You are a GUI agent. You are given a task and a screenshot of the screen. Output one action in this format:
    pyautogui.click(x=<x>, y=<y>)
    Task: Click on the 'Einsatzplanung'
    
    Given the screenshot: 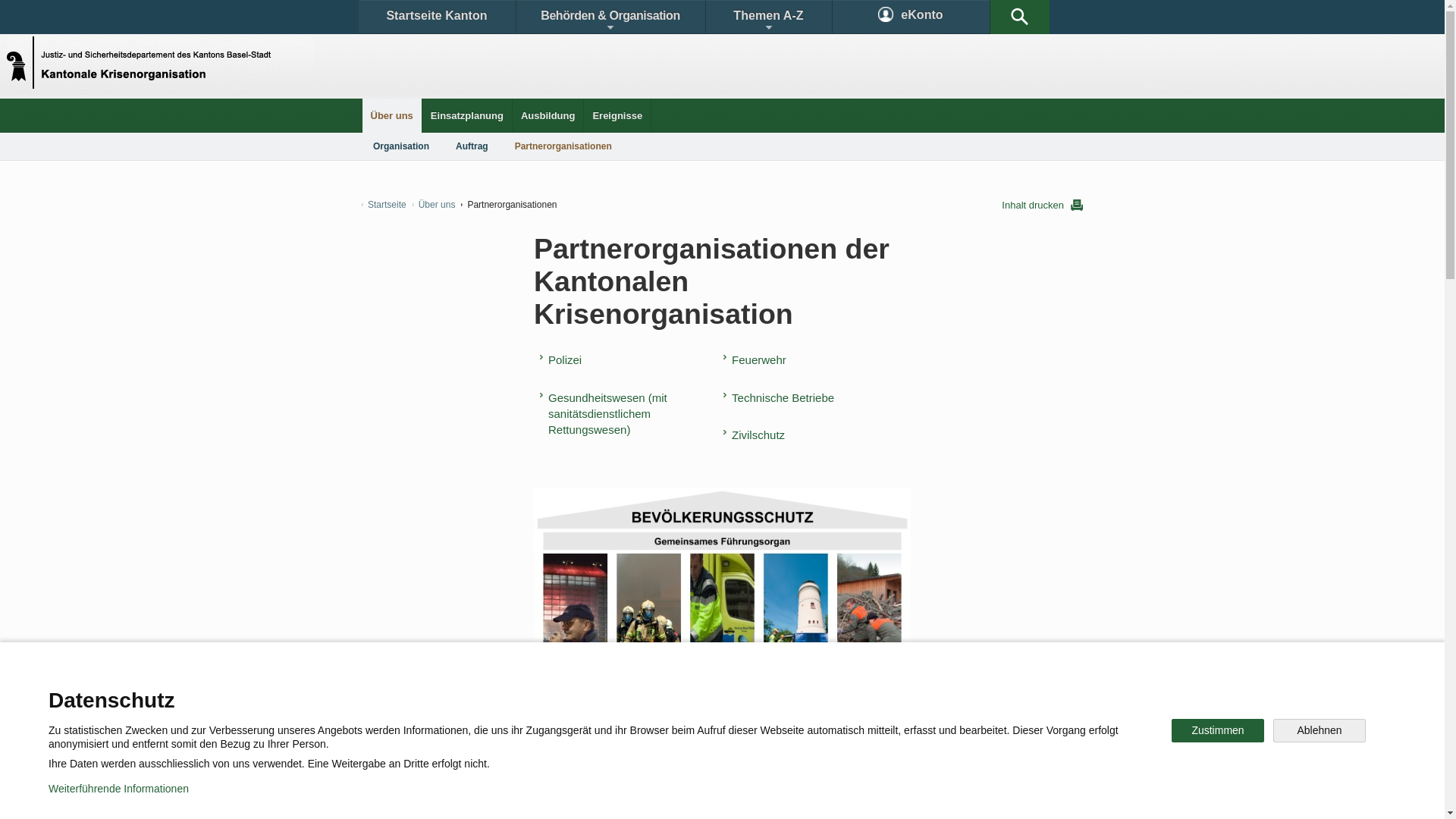 What is the action you would take?
    pyautogui.click(x=466, y=115)
    